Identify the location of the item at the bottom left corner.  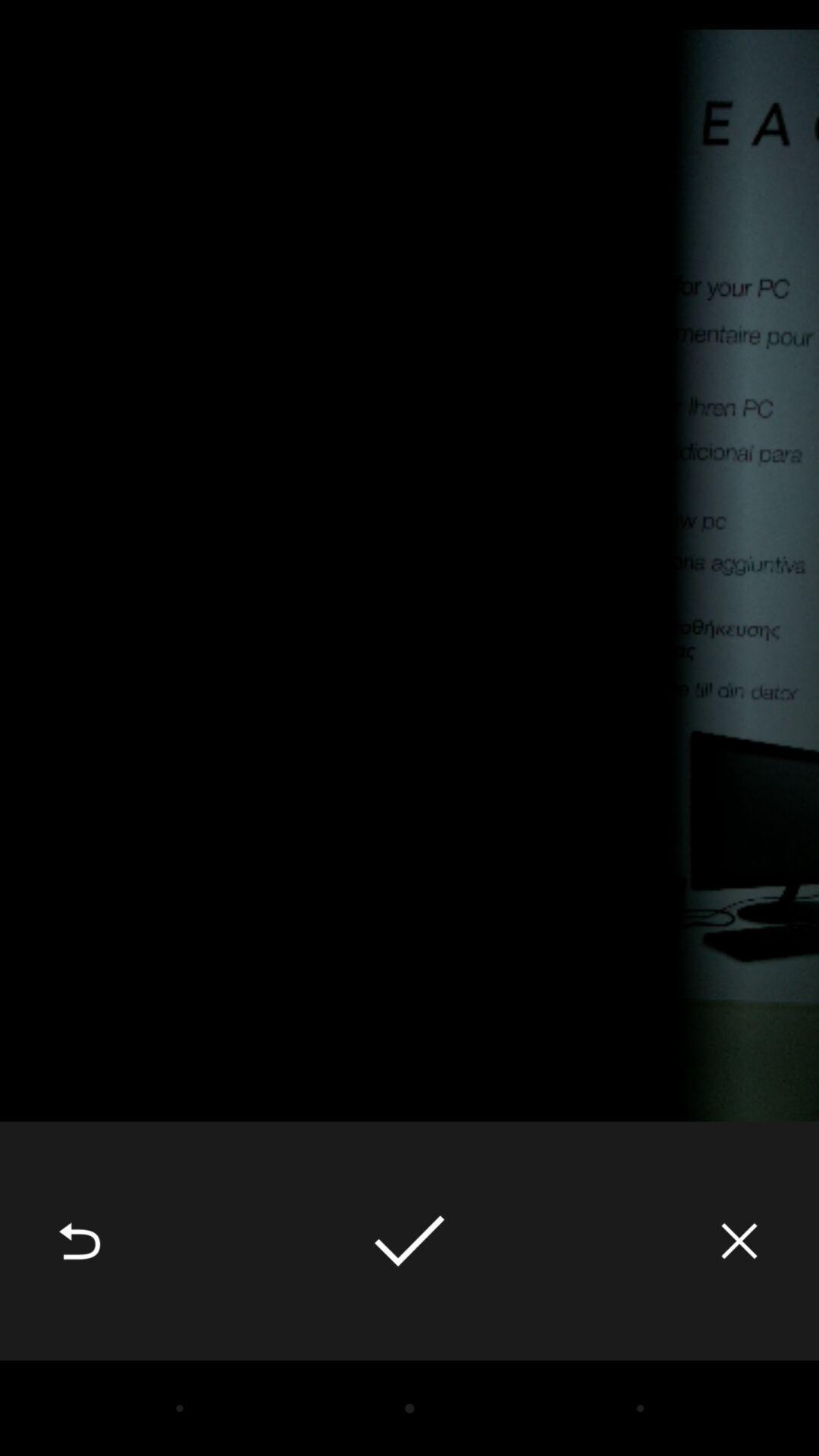
(79, 1241).